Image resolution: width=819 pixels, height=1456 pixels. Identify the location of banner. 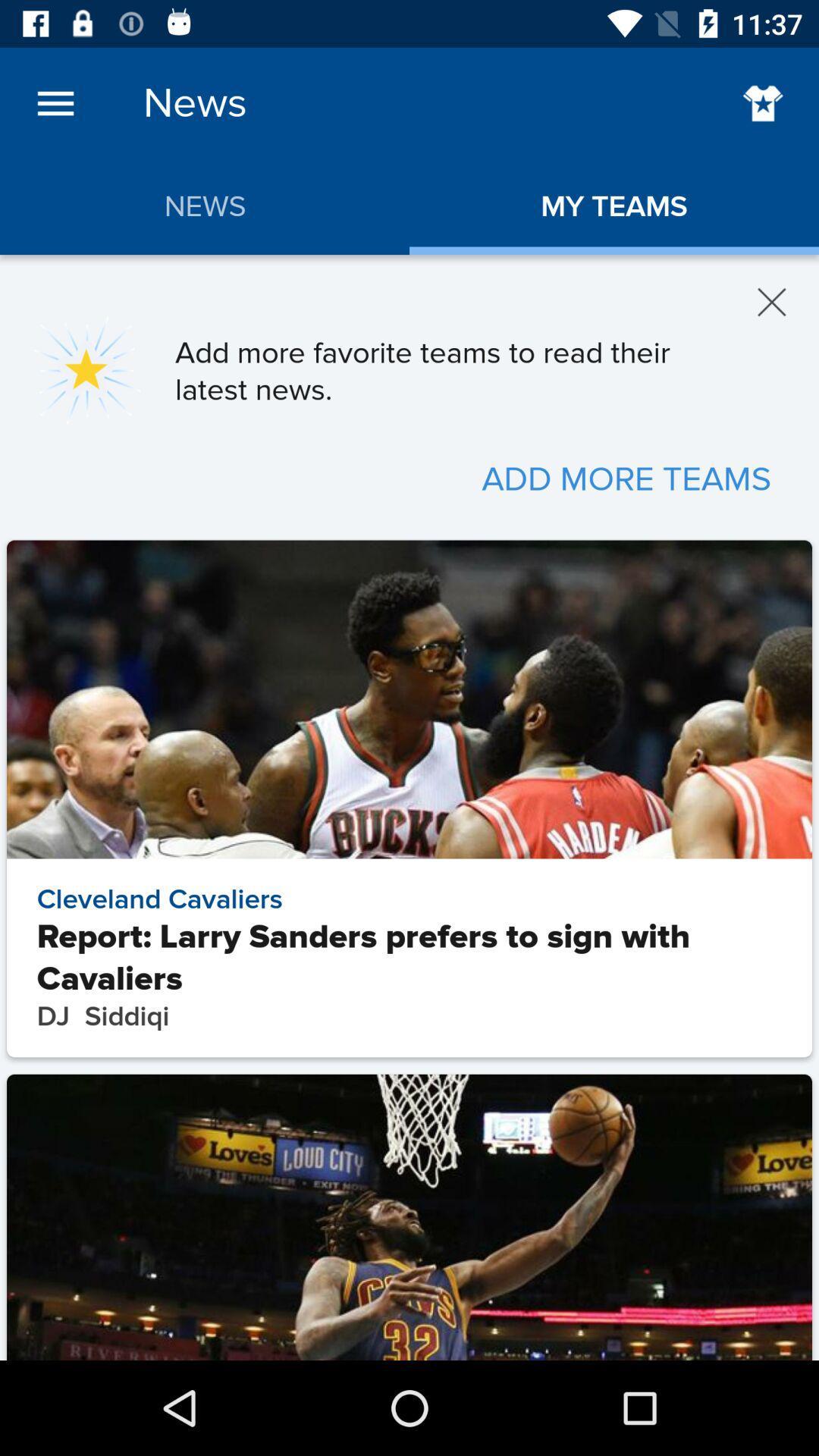
(772, 302).